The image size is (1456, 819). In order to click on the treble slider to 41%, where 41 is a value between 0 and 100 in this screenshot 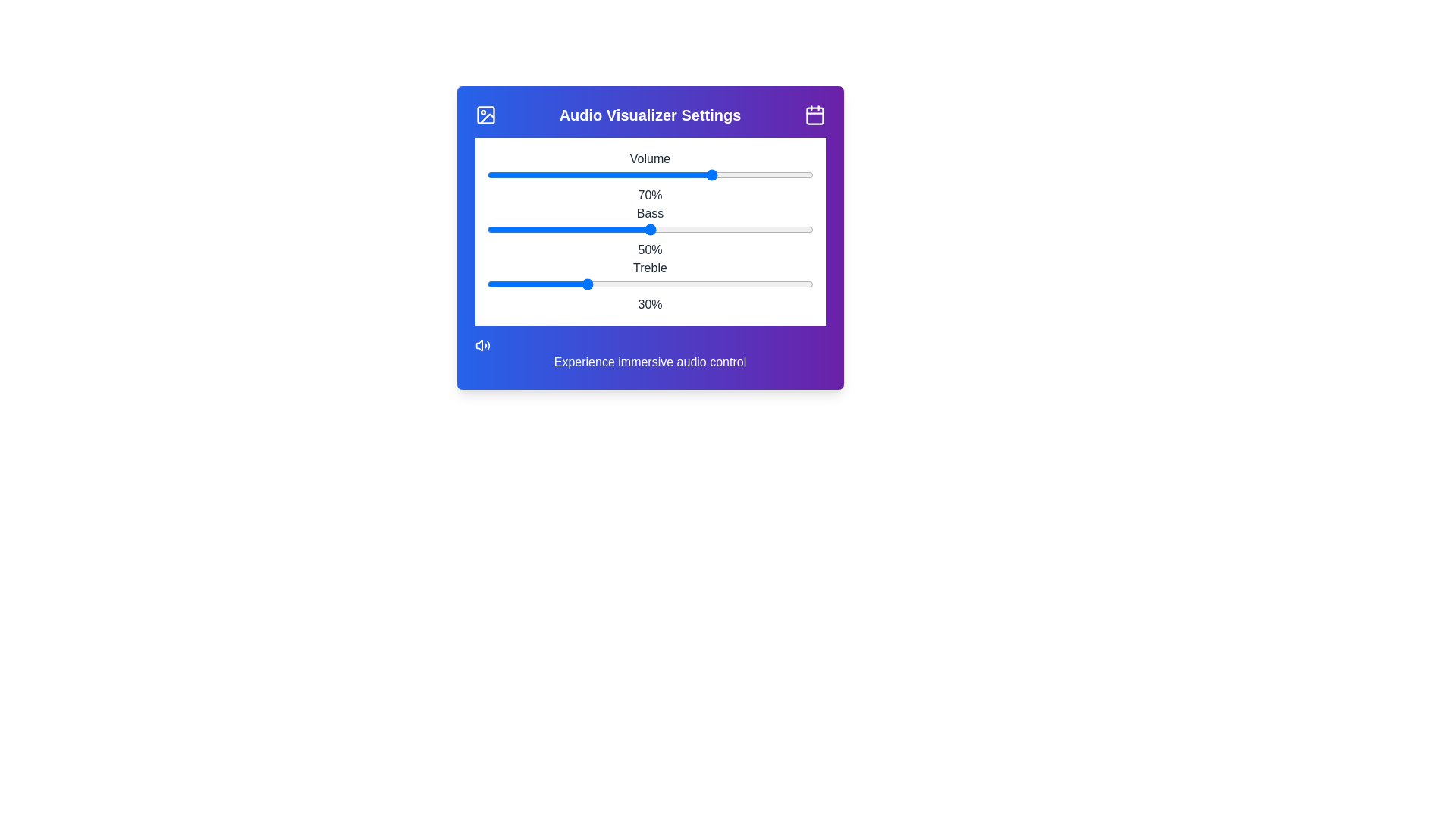, I will do `click(620, 284)`.